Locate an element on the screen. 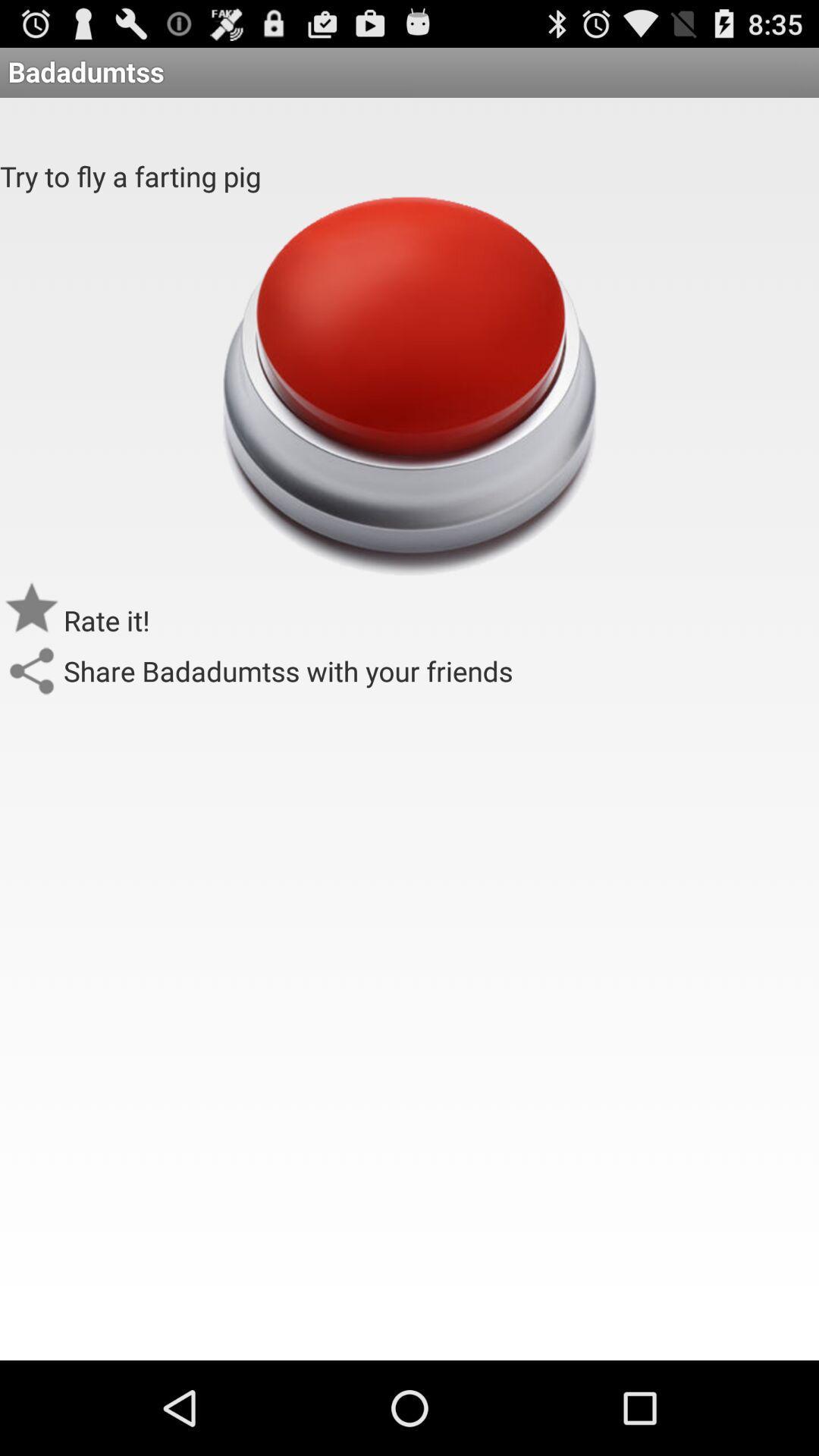  try to fly is located at coordinates (130, 176).